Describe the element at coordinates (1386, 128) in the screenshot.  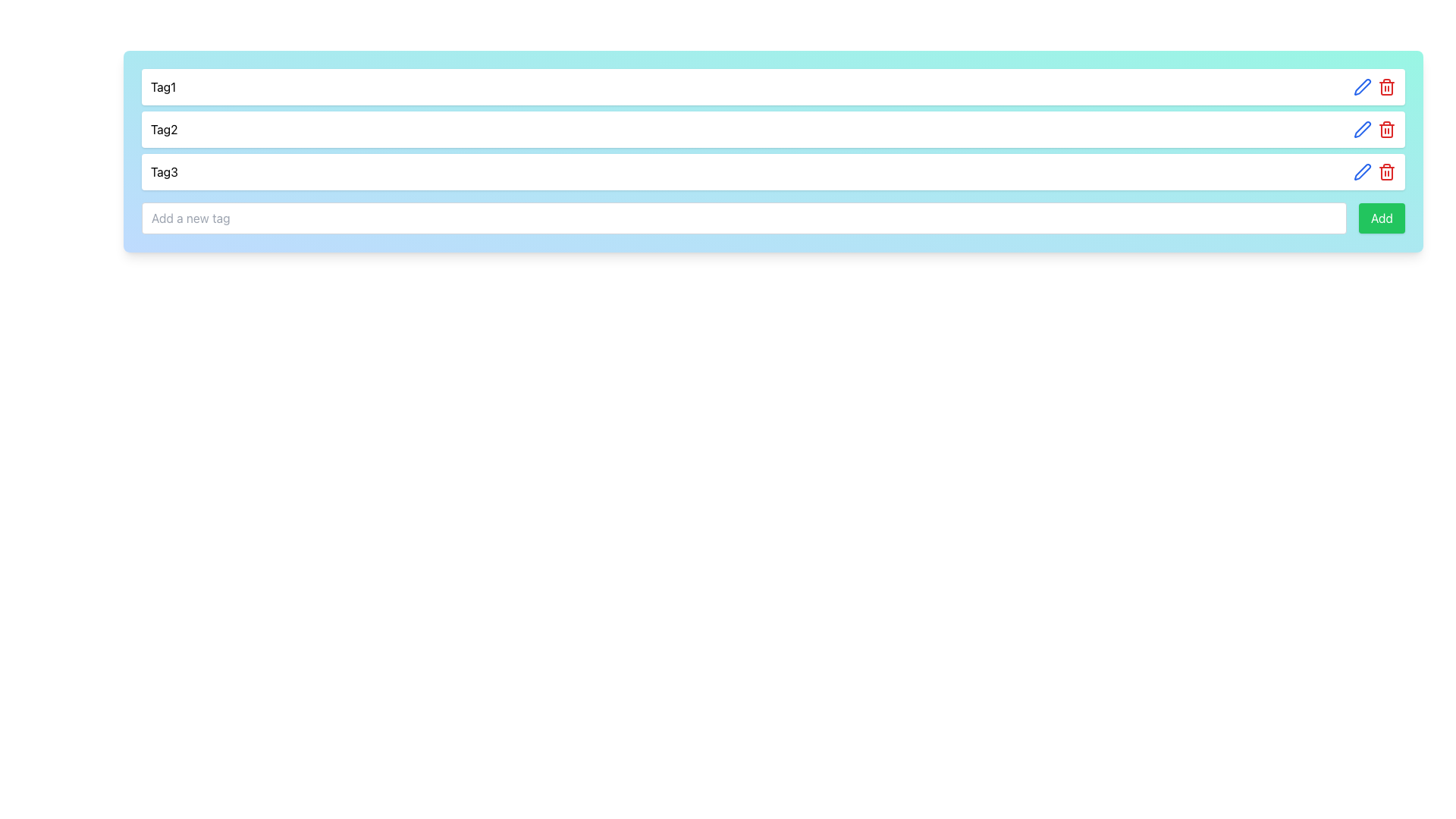
I see `the red trash bin icon button located to the right of 'Tag3'` at that location.